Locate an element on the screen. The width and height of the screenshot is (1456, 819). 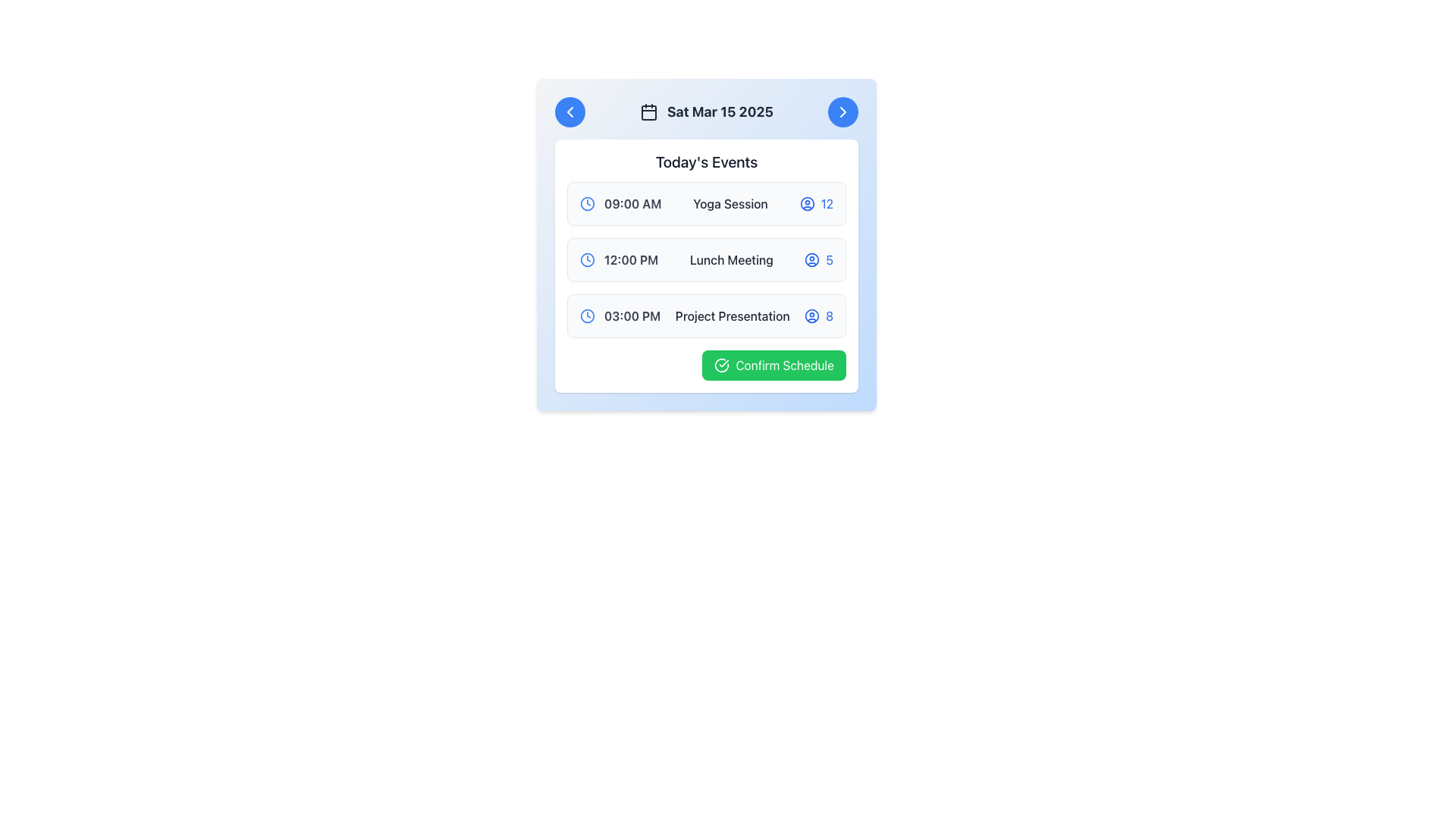
the participant count displayed next to the user icon in the third section of the event schedule, positioned to the right of the 'Lunch Meeting' text is located at coordinates (818, 259).